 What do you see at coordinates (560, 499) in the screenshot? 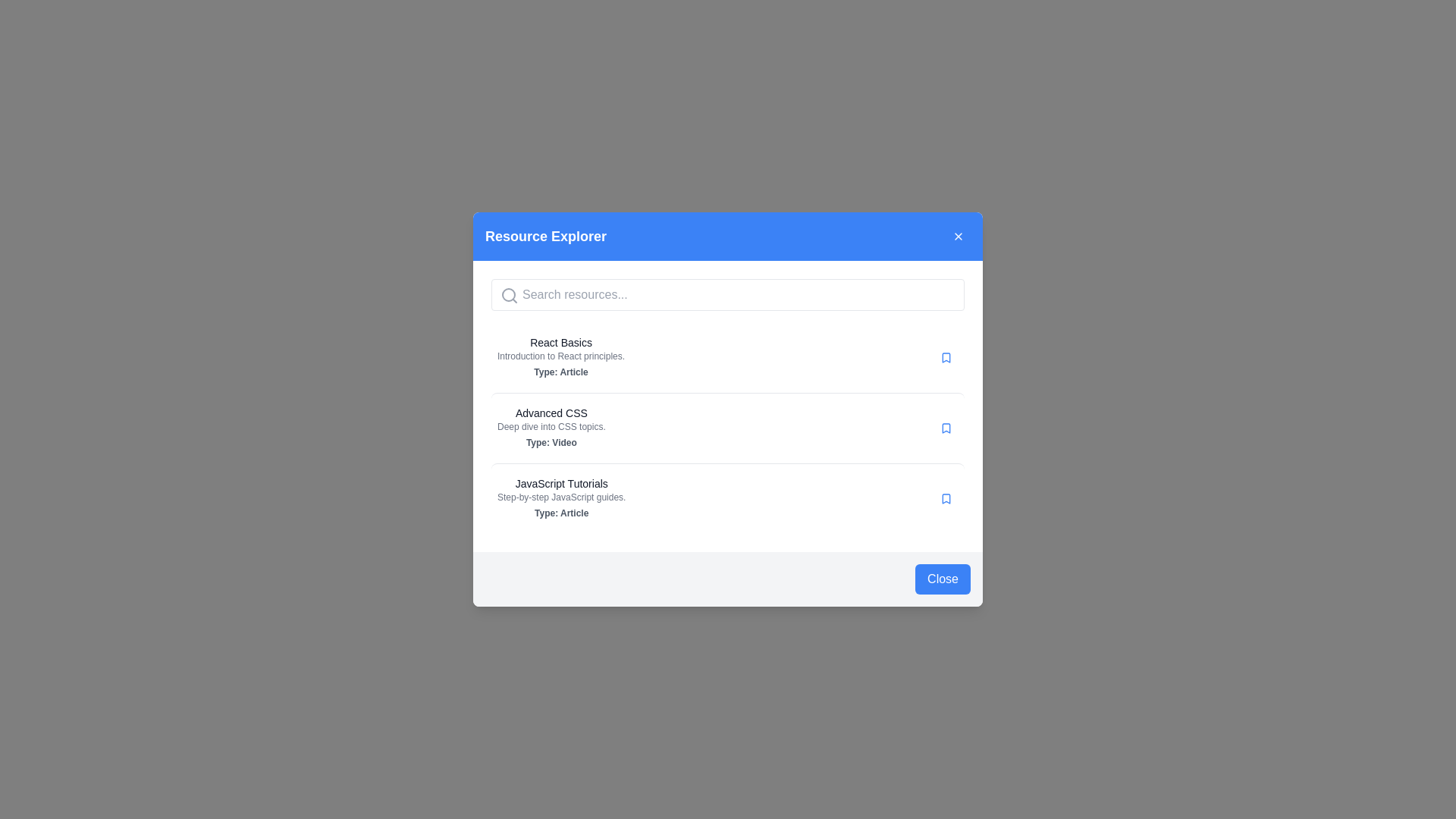
I see `the 'JavaScript Tutorials' text block, which is the third entry in the 'Resource Explorer' popup` at bounding box center [560, 499].